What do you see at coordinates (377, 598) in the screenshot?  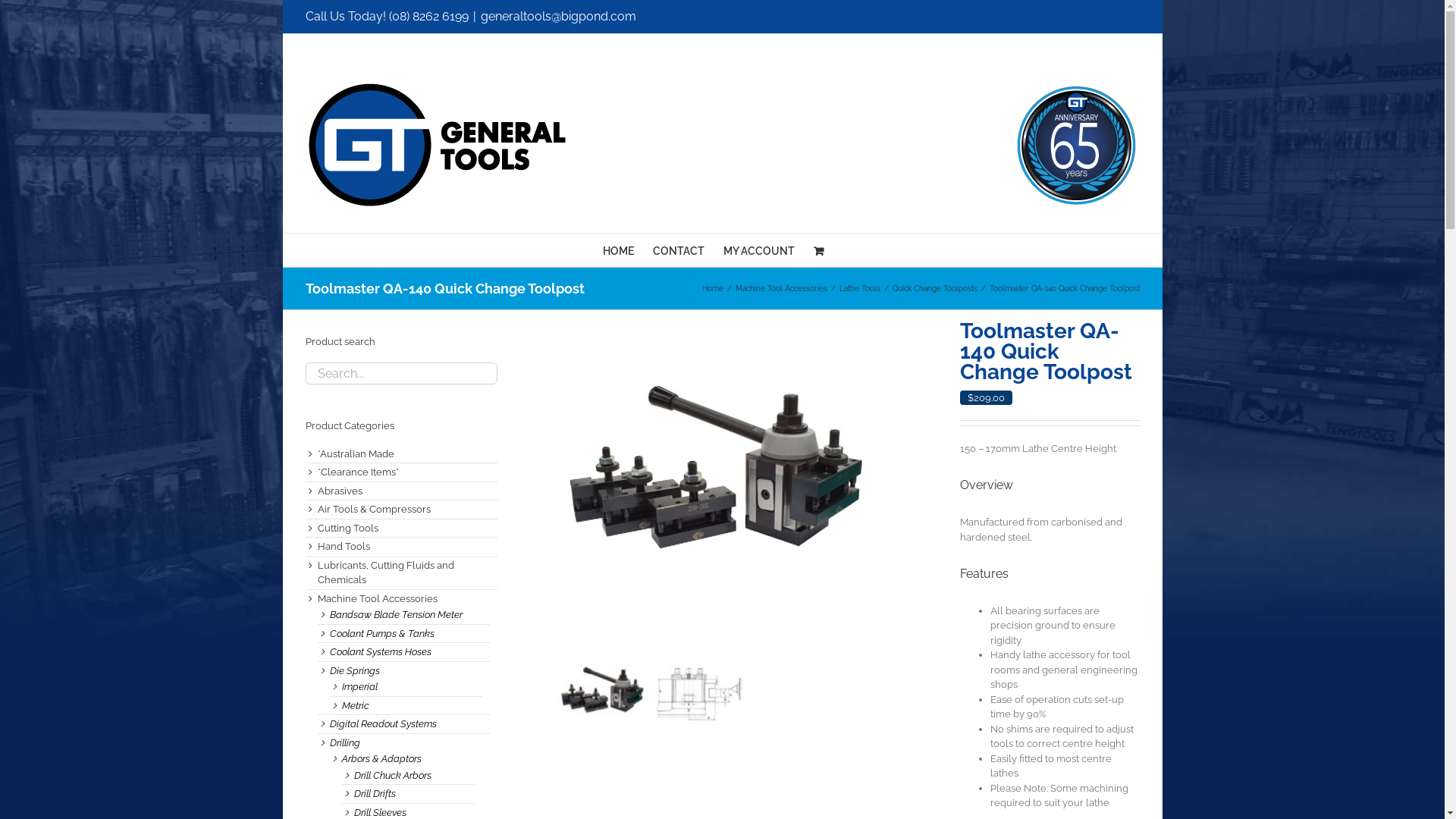 I see `'Machine Tool Accessories'` at bounding box center [377, 598].